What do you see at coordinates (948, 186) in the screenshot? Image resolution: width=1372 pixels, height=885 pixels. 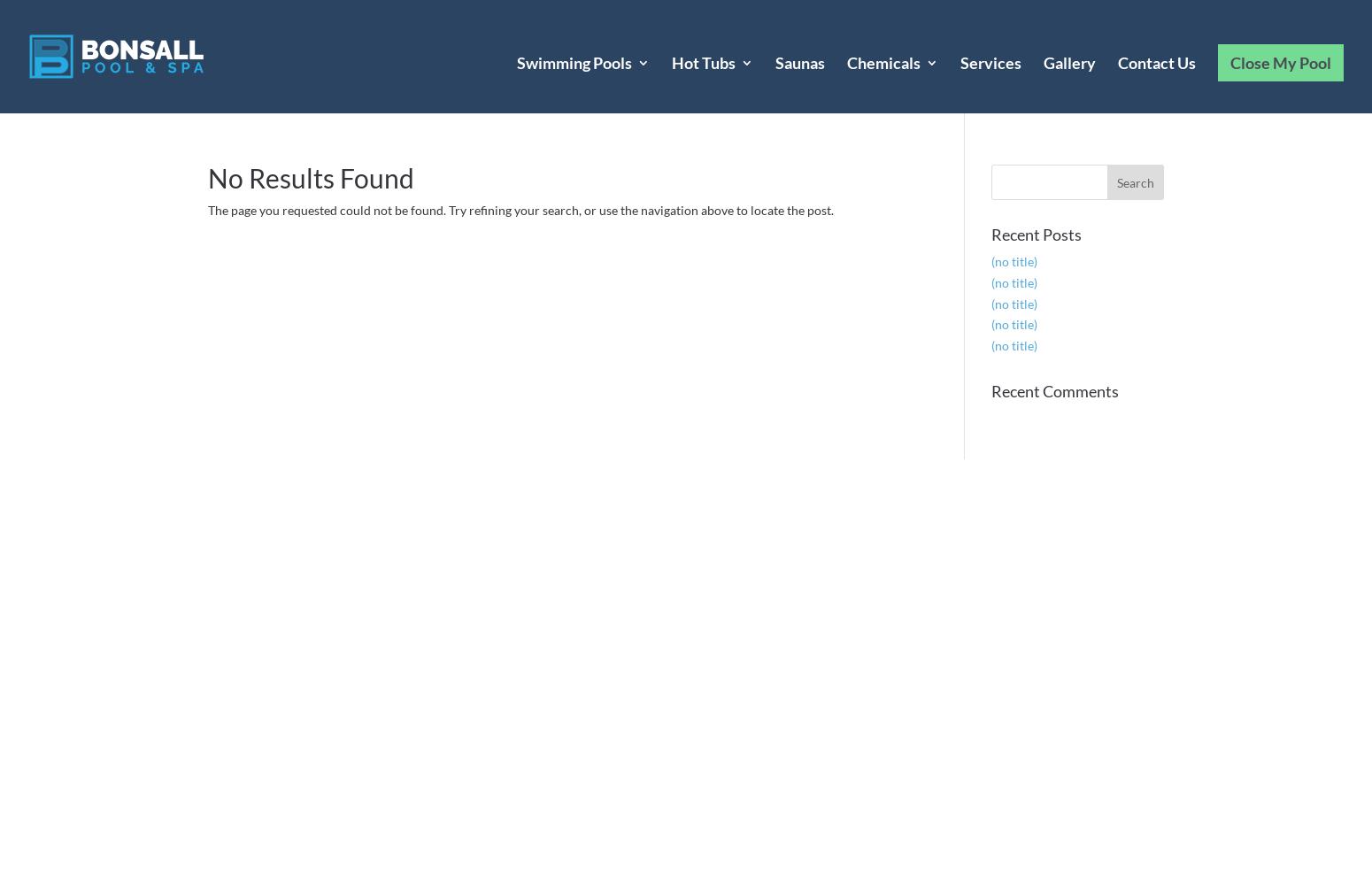 I see `'Hot Tub Chemicals'` at bounding box center [948, 186].